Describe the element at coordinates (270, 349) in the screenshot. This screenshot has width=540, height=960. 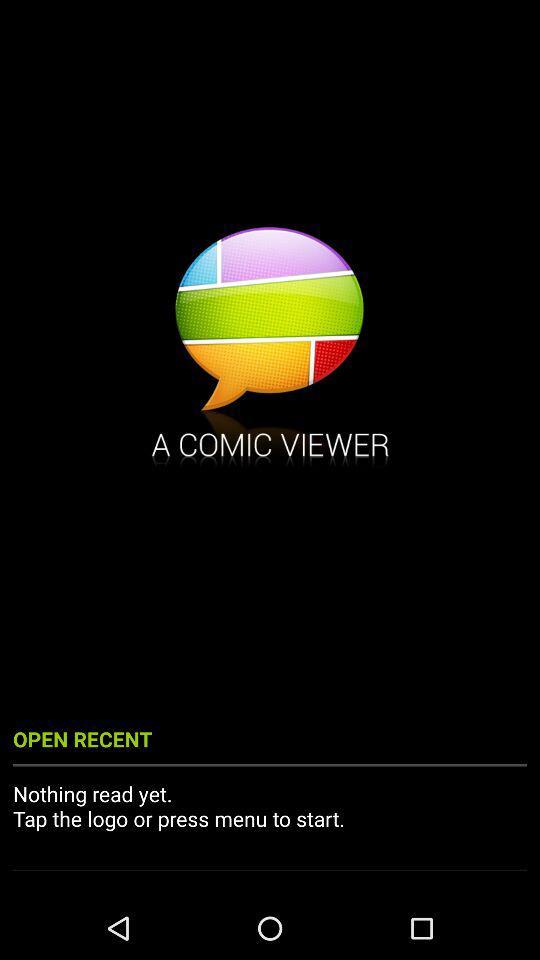
I see `icon at the center` at that location.